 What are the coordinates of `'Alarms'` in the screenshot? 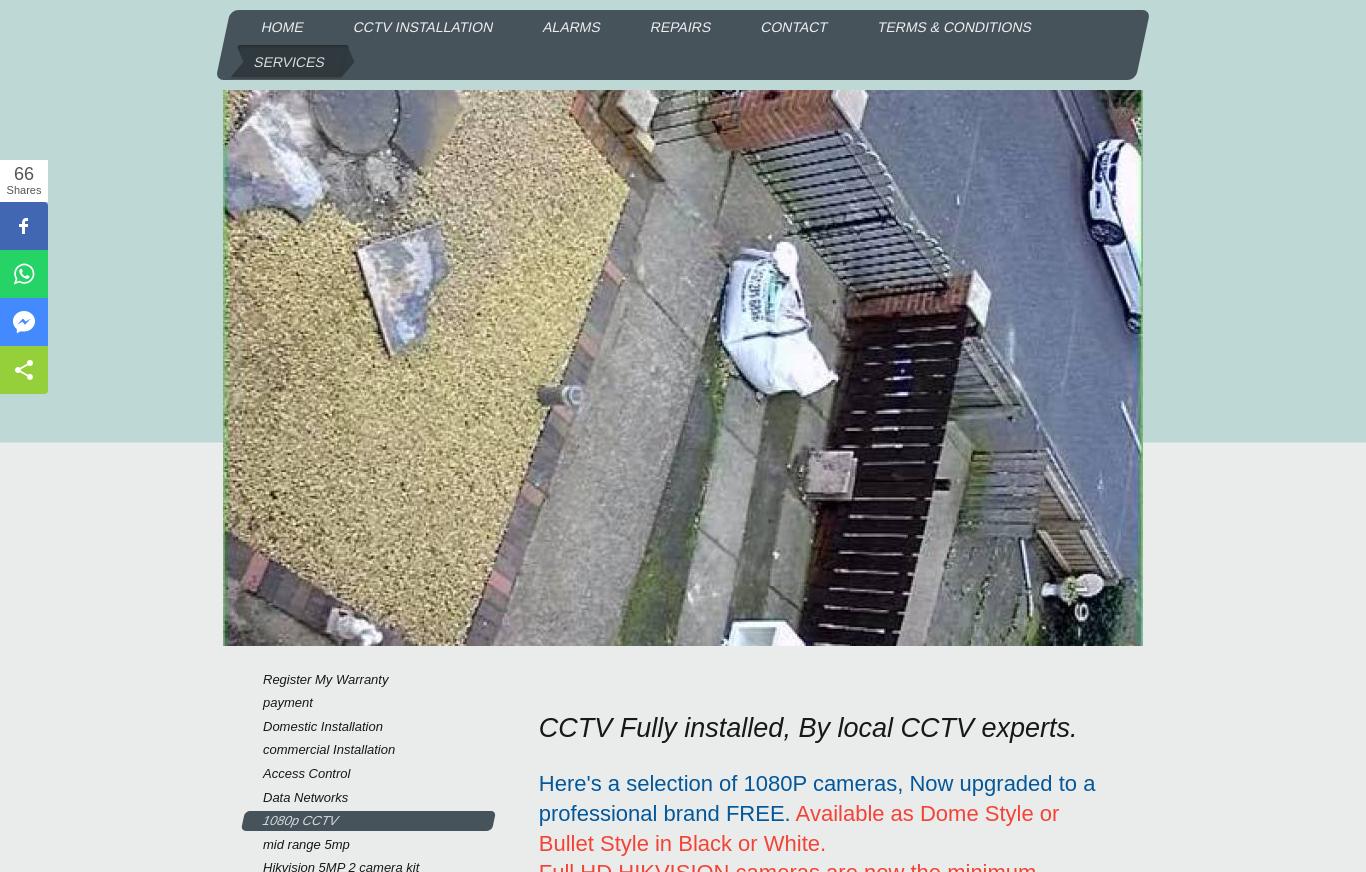 It's located at (570, 26).